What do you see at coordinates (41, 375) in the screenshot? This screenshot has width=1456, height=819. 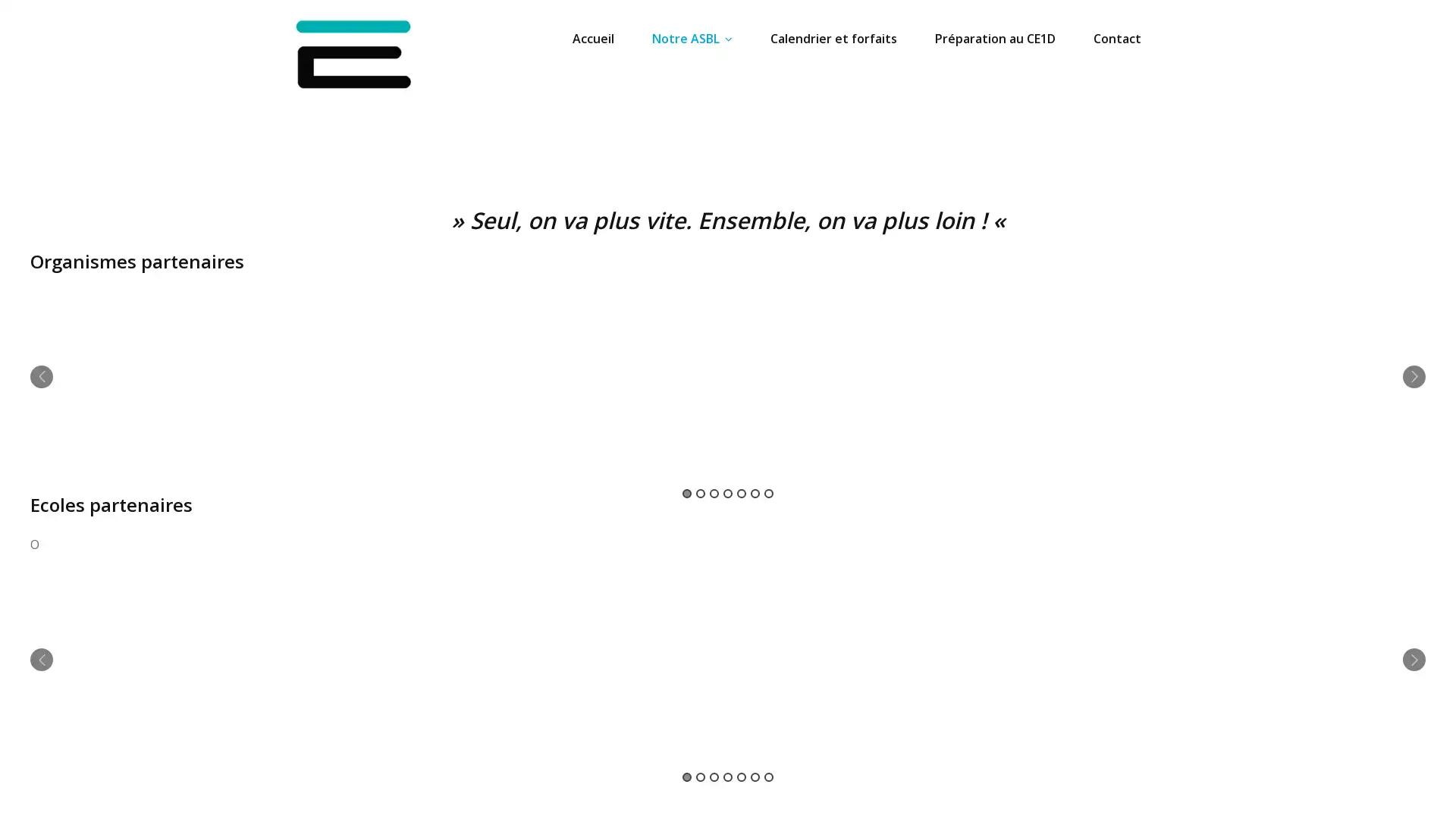 I see `Previous` at bounding box center [41, 375].